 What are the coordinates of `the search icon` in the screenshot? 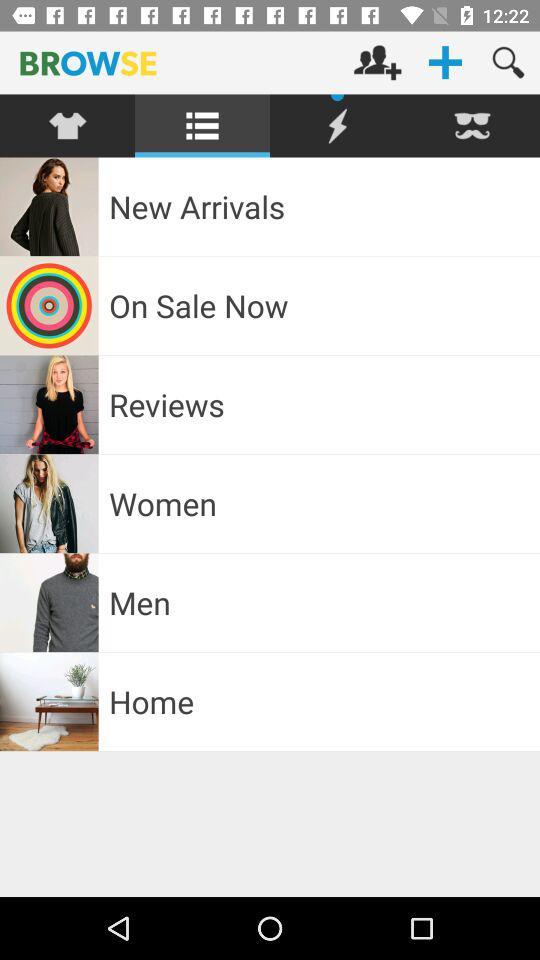 It's located at (508, 62).